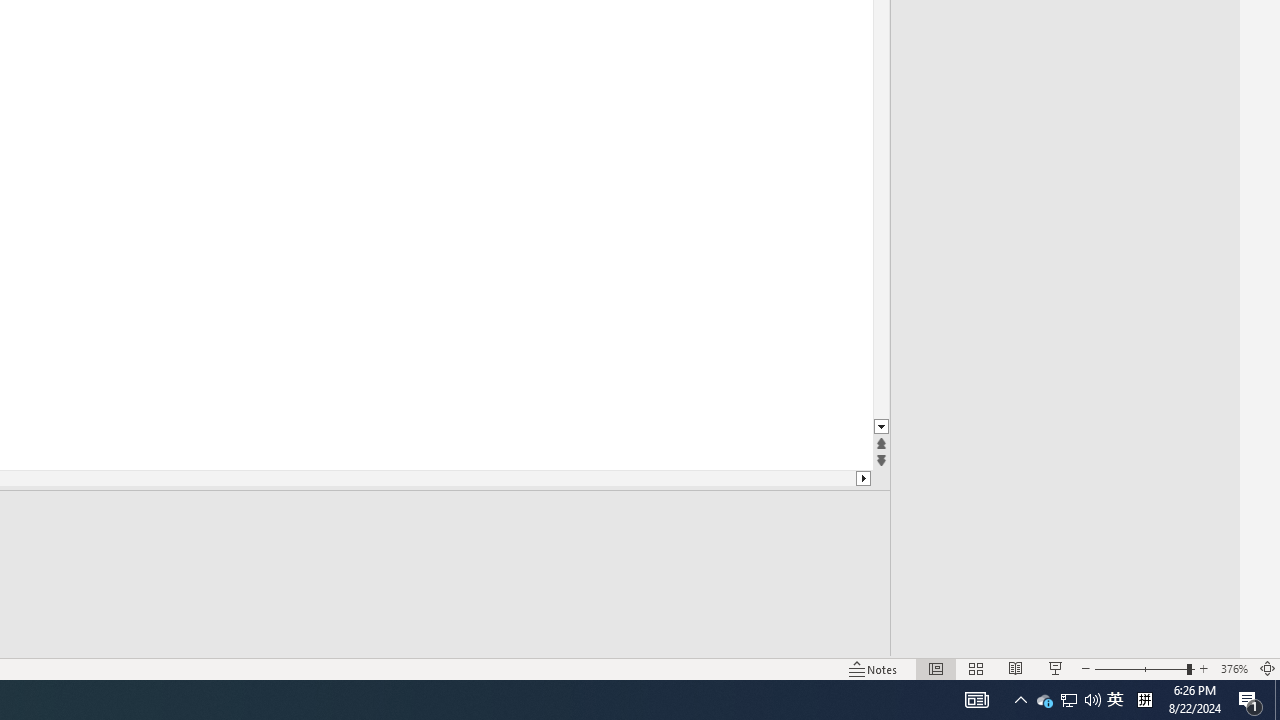 This screenshot has height=720, width=1280. What do you see at coordinates (1233, 669) in the screenshot?
I see `'Zoom 376%'` at bounding box center [1233, 669].